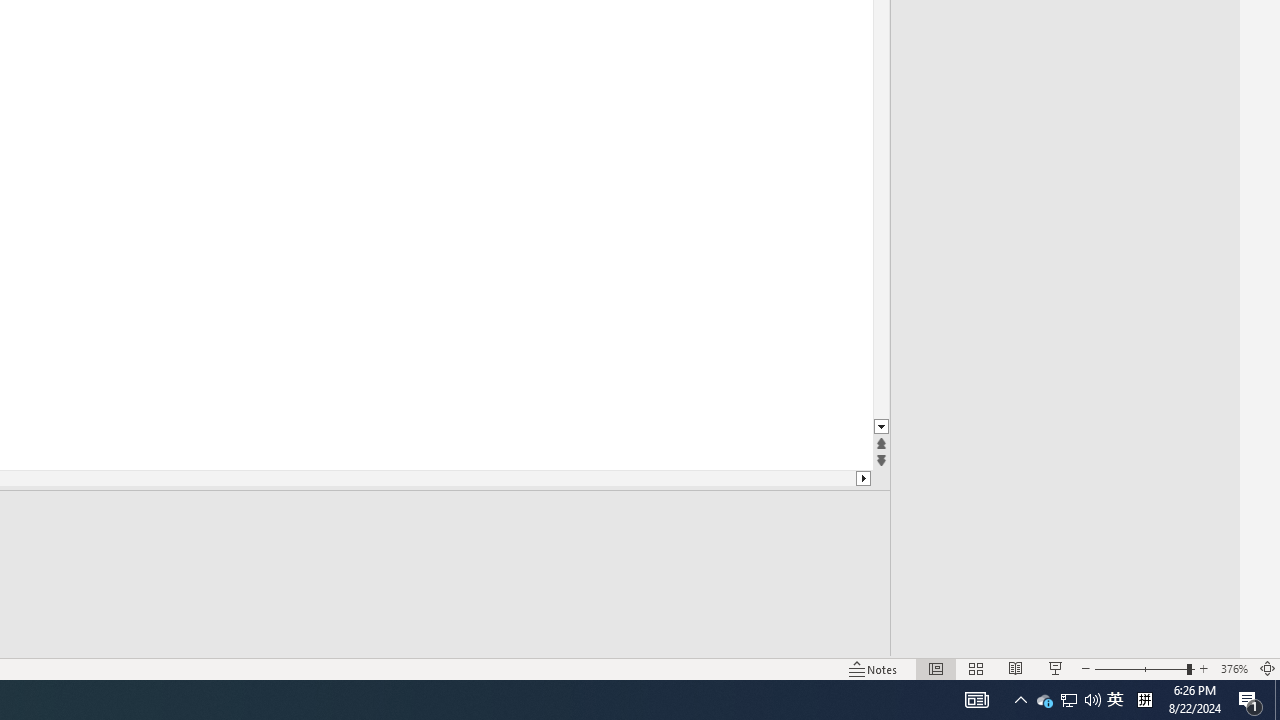 This screenshot has height=720, width=1280. What do you see at coordinates (1233, 669) in the screenshot?
I see `'Zoom 376%'` at bounding box center [1233, 669].